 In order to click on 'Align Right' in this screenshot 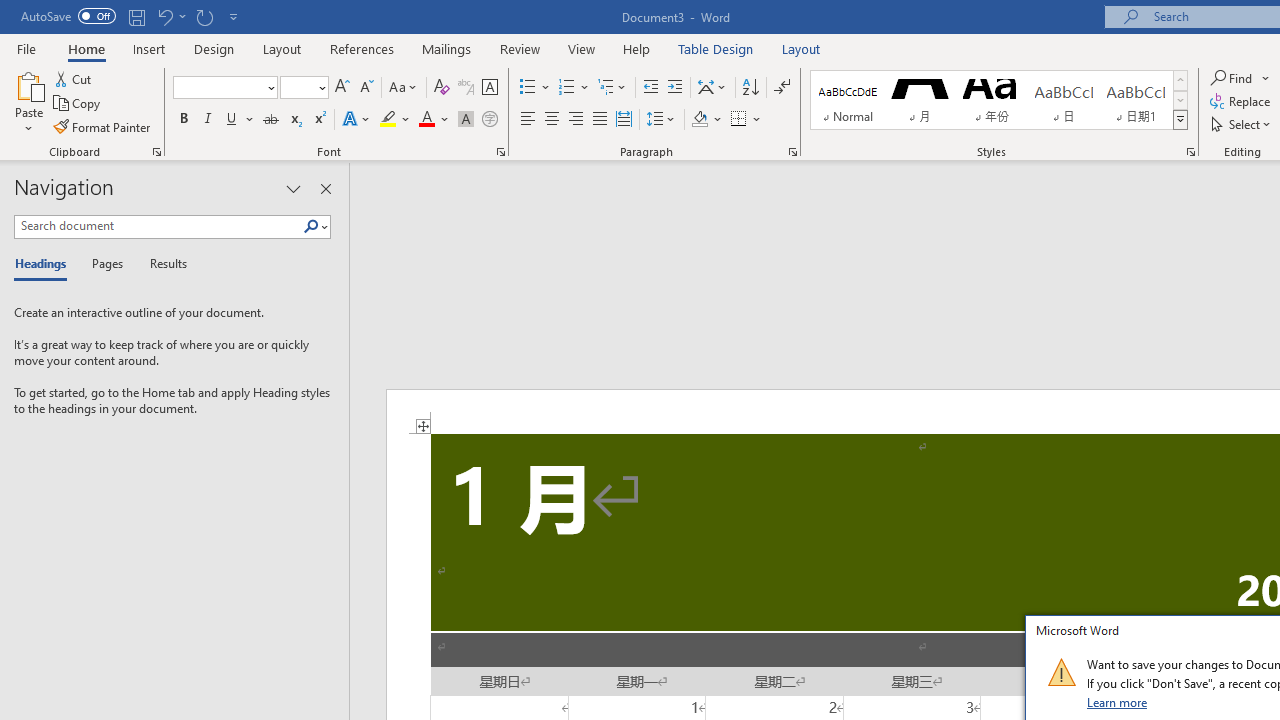, I will do `click(575, 119)`.